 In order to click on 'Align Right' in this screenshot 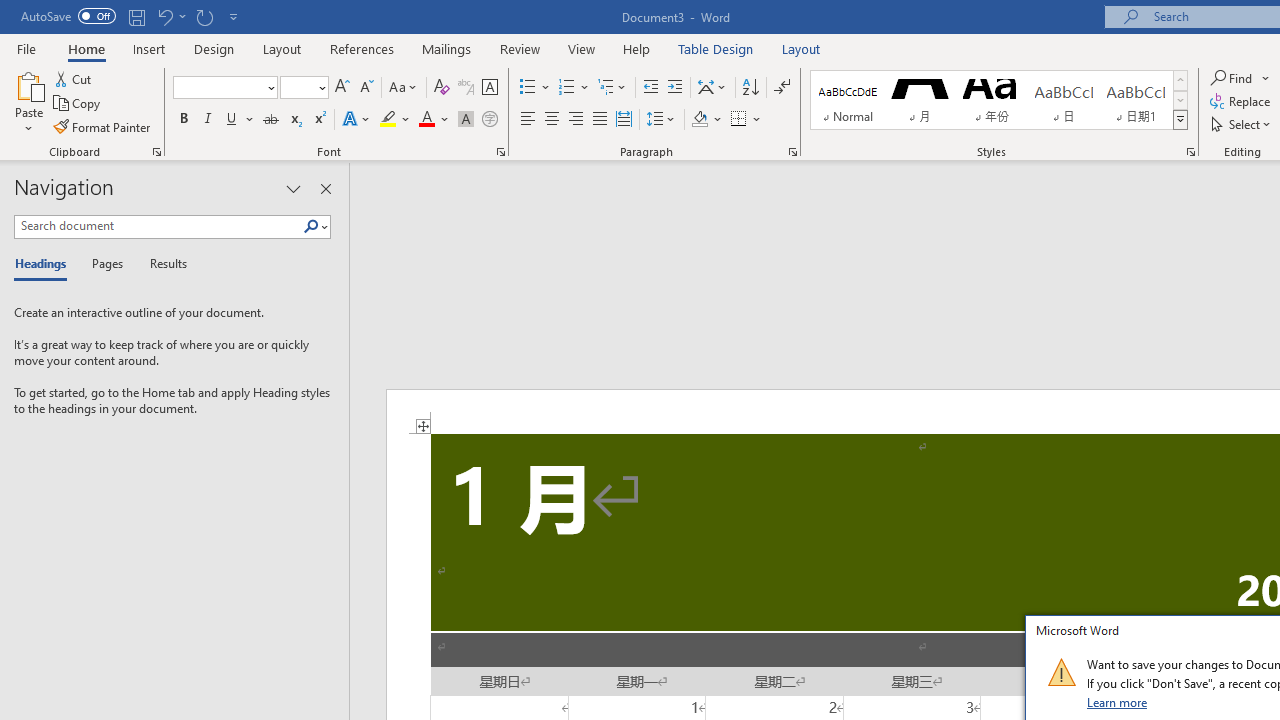, I will do `click(575, 119)`.